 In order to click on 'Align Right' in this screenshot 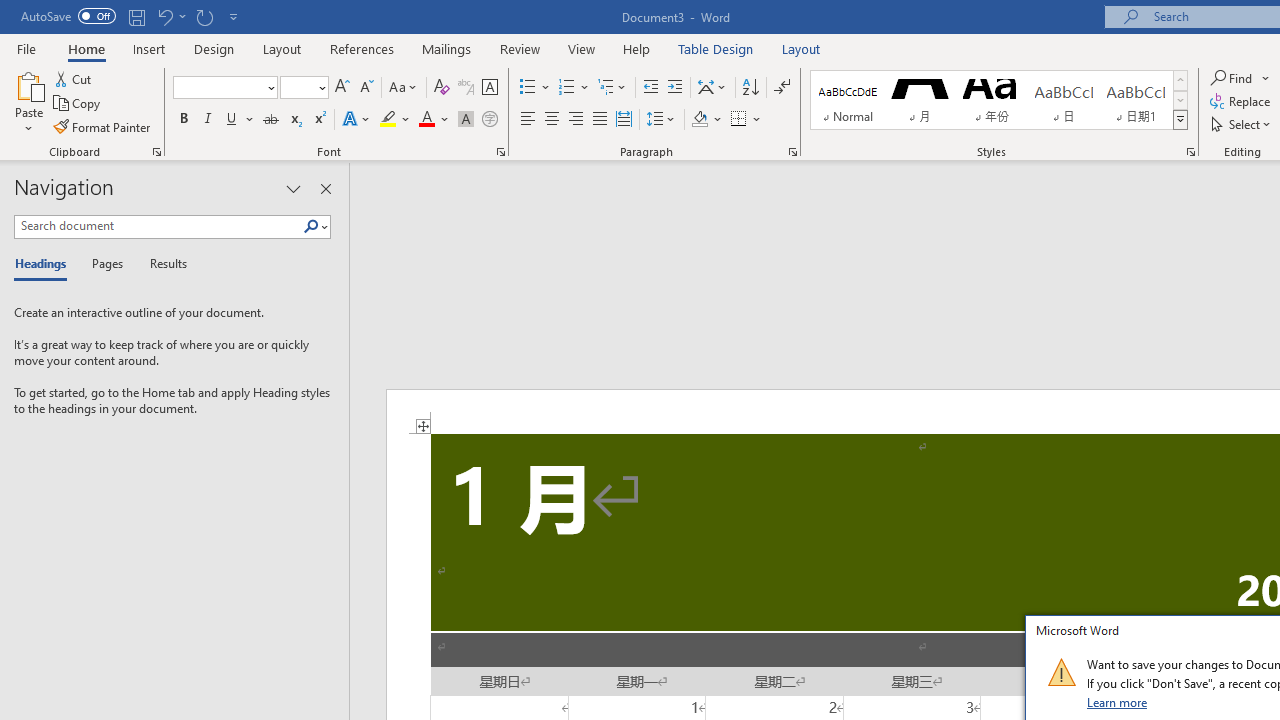, I will do `click(575, 119)`.